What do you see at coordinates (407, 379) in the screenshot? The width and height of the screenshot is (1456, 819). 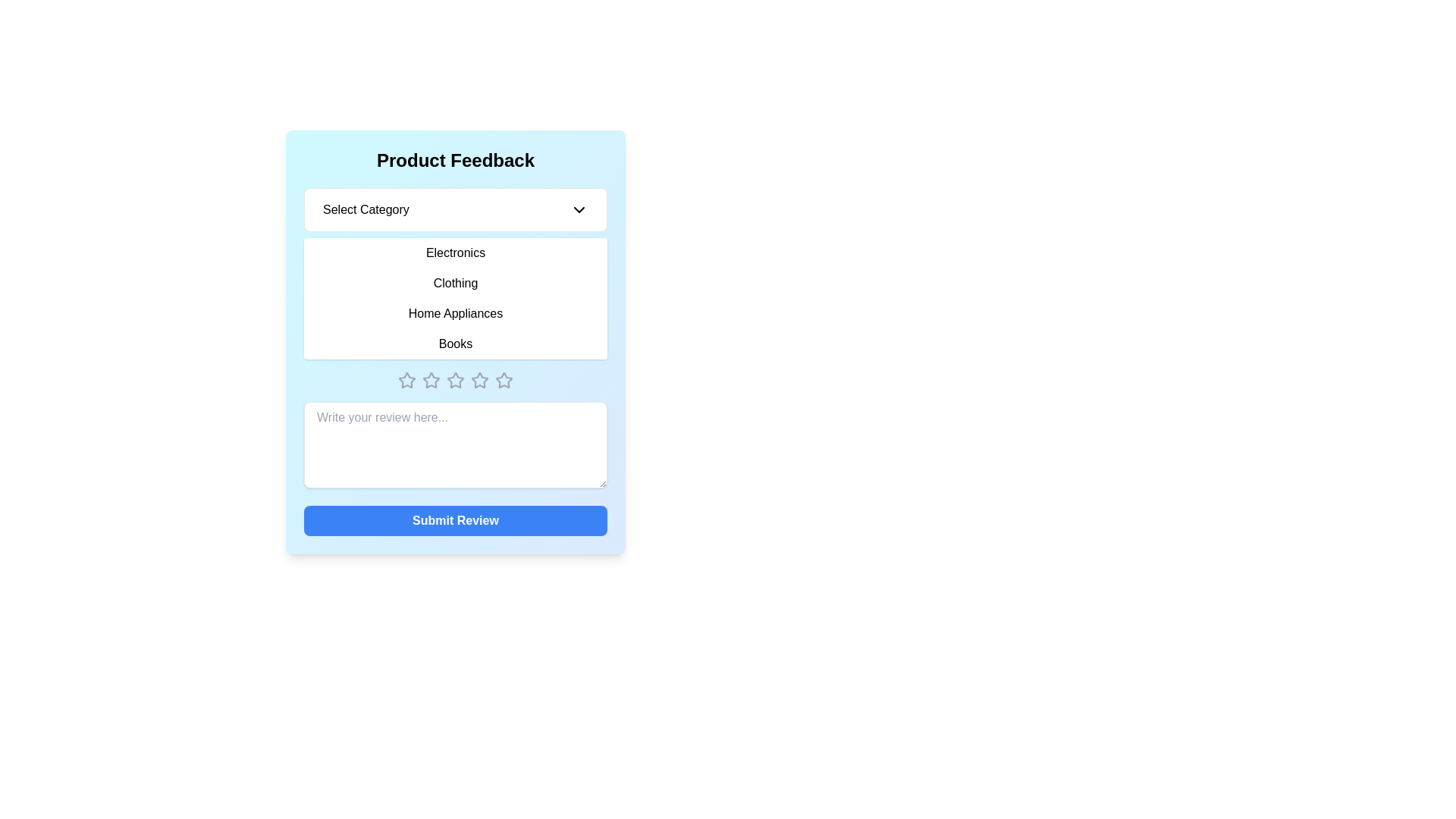 I see `the first interactive rating star icon located below the review comments input area` at bounding box center [407, 379].